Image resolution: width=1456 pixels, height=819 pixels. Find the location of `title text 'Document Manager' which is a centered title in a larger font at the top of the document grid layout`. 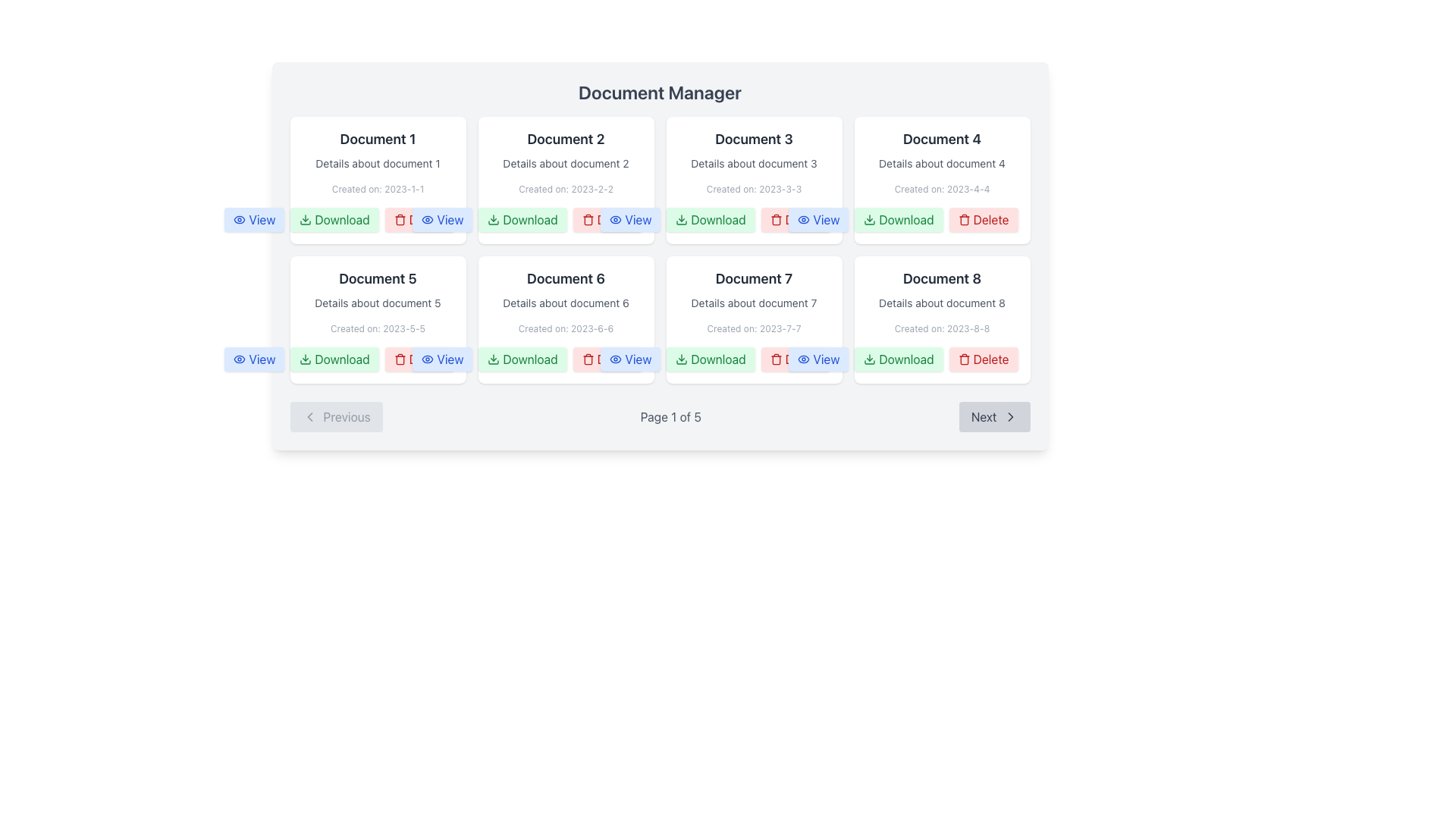

title text 'Document Manager' which is a centered title in a larger font at the top of the document grid layout is located at coordinates (660, 93).